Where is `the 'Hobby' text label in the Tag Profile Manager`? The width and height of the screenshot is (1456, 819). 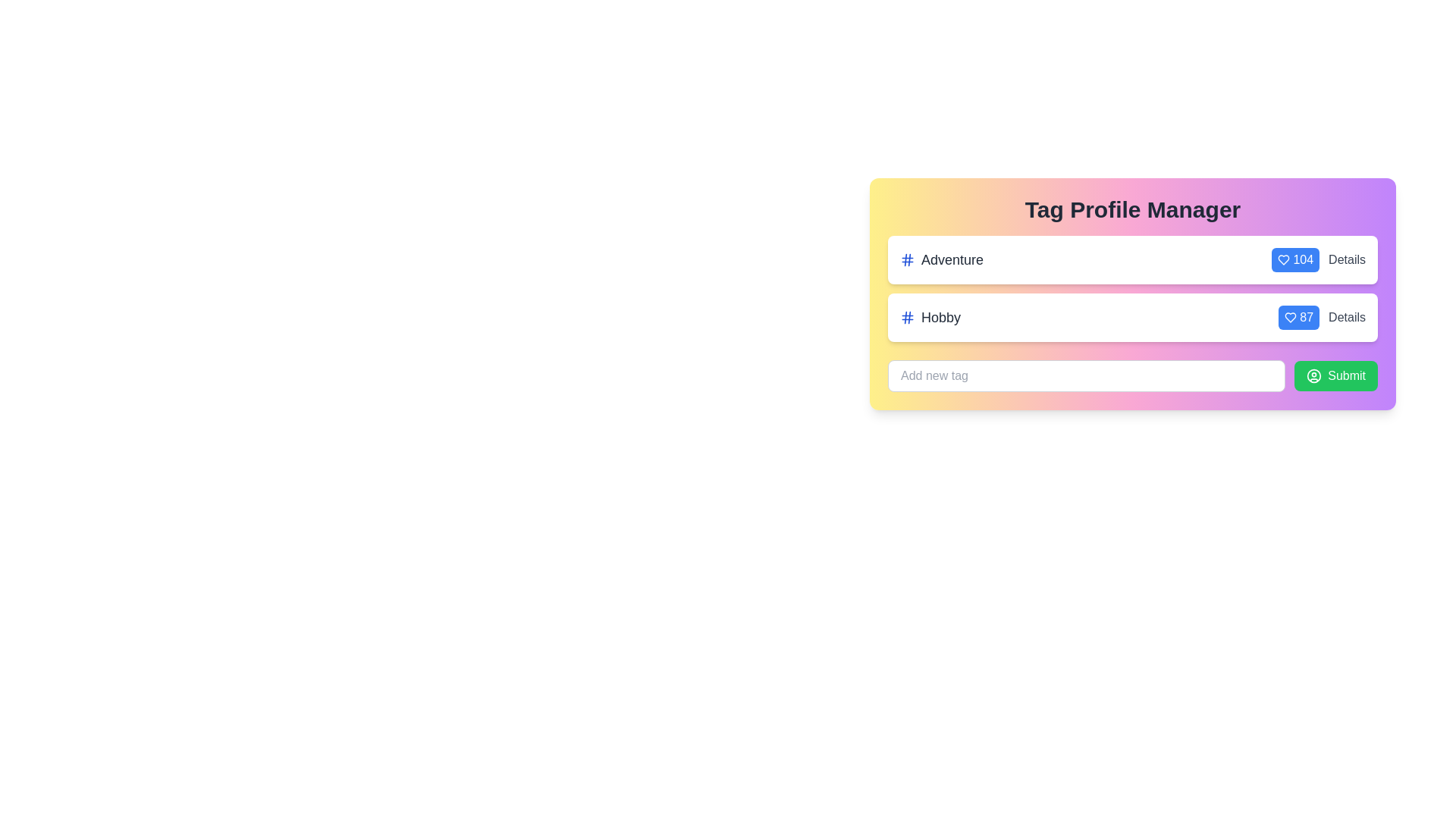
the 'Hobby' text label in the Tag Profile Manager is located at coordinates (940, 317).